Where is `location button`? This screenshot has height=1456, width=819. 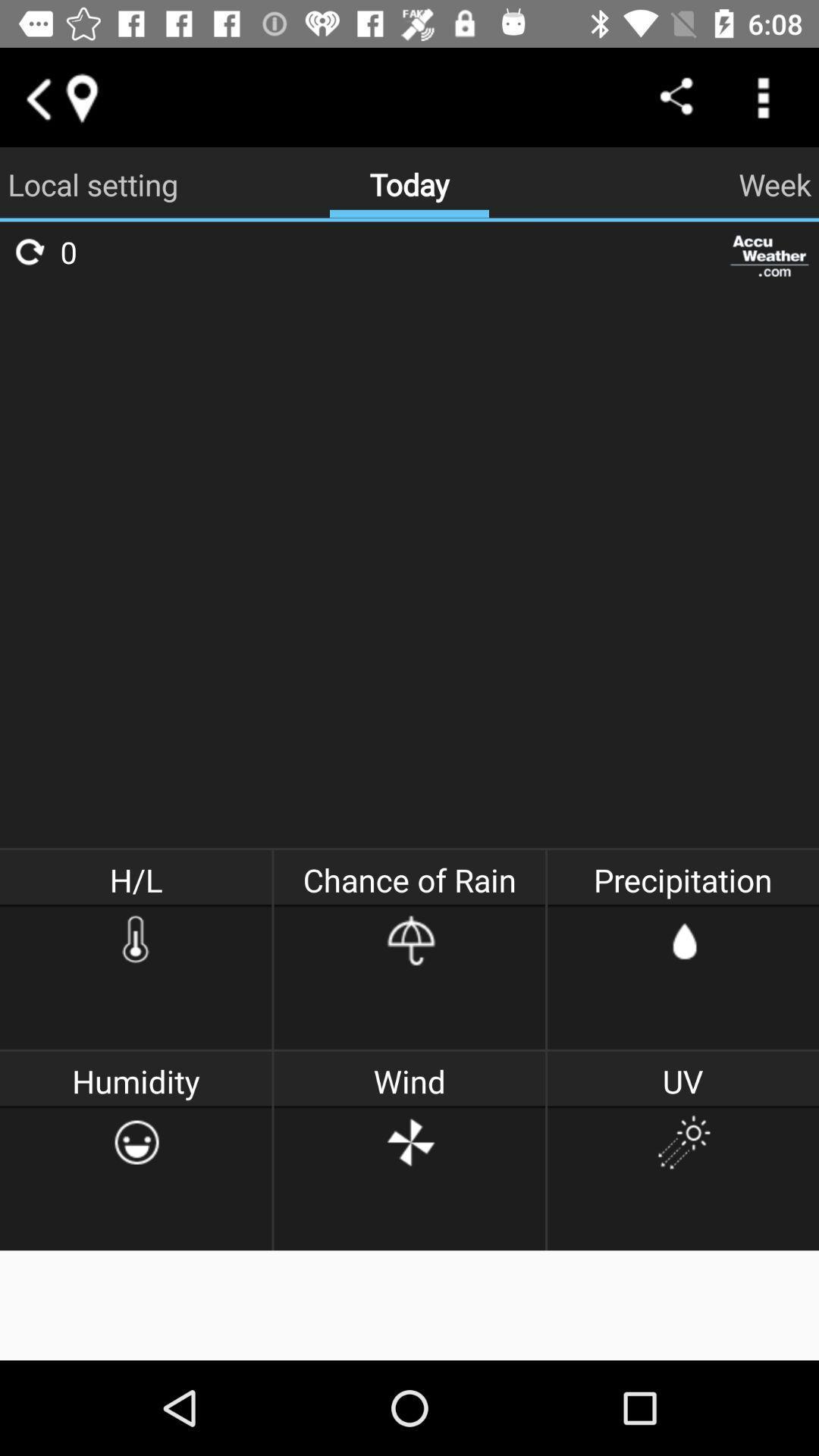 location button is located at coordinates (81, 96).